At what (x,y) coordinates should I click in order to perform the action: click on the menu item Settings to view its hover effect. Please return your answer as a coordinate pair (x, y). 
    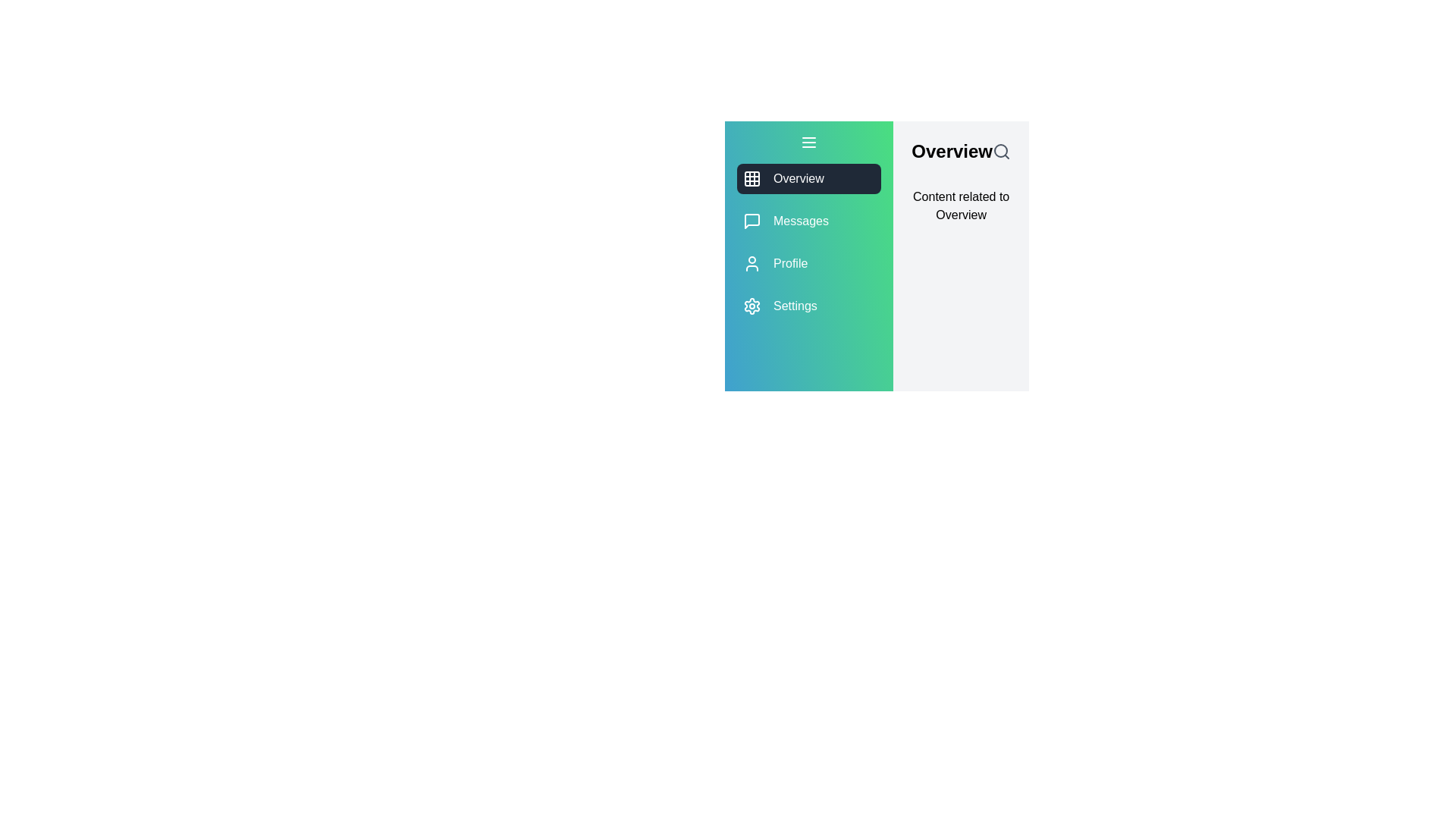
    Looking at the image, I should click on (808, 306).